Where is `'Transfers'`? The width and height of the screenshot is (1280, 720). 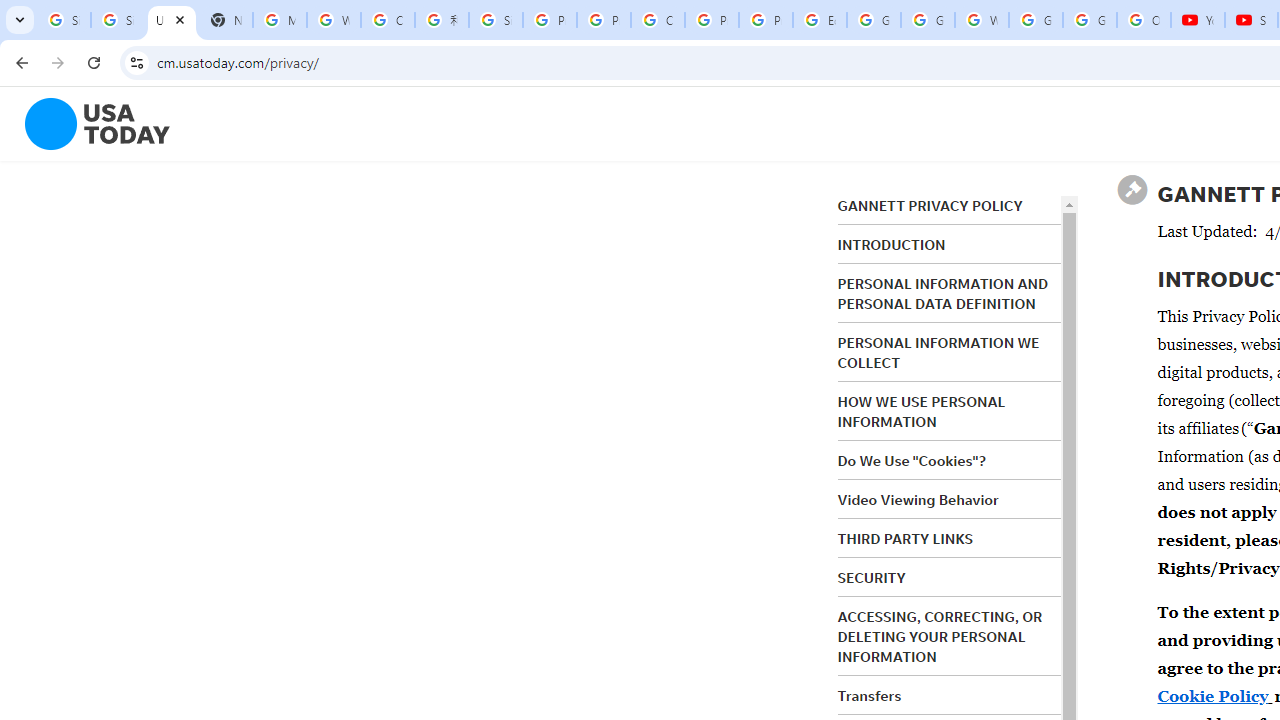
'Transfers' is located at coordinates (869, 694).